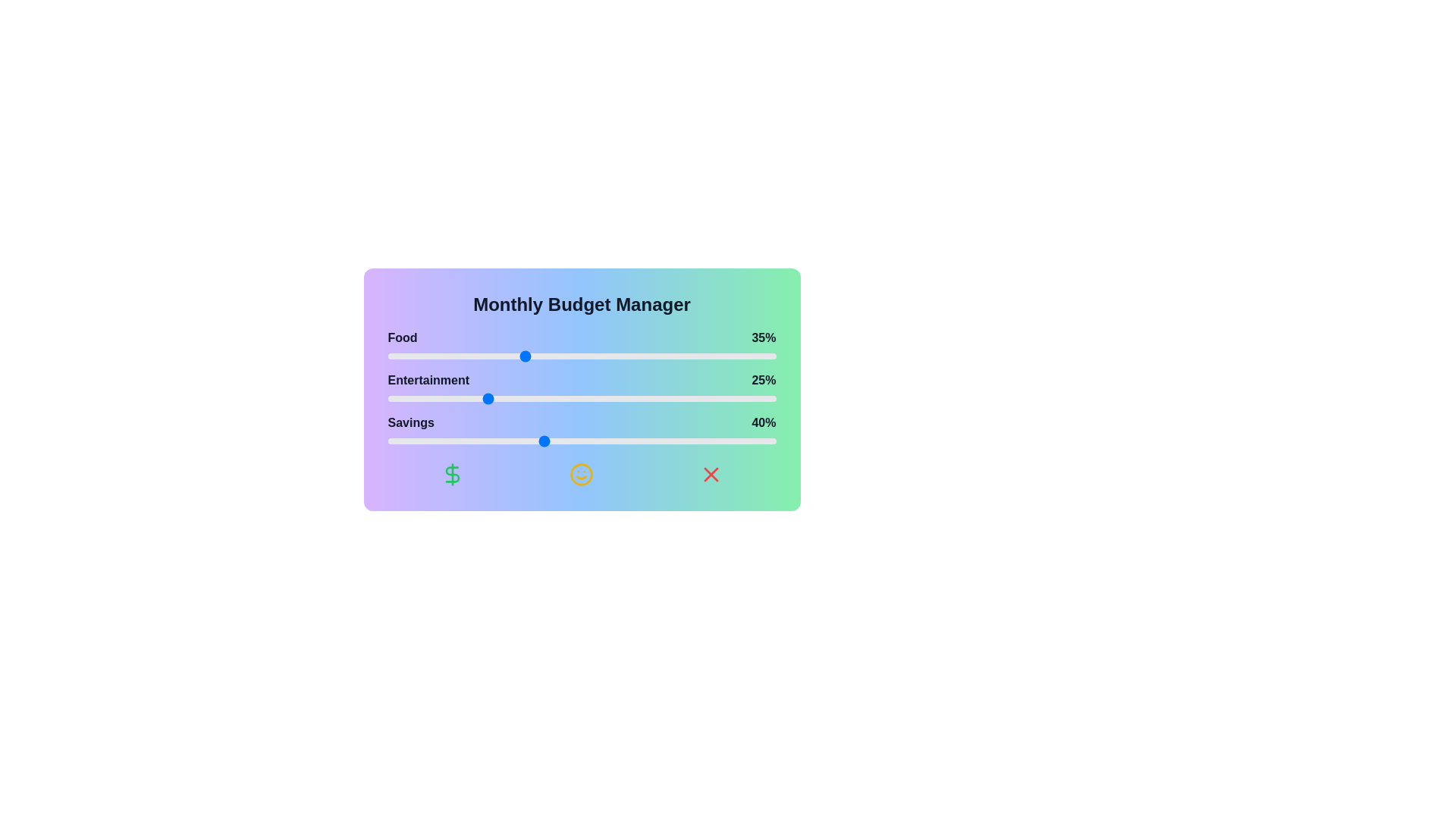 The width and height of the screenshot is (1456, 819). Describe the element at coordinates (395, 356) in the screenshot. I see `the 'Food' slider to 2%` at that location.